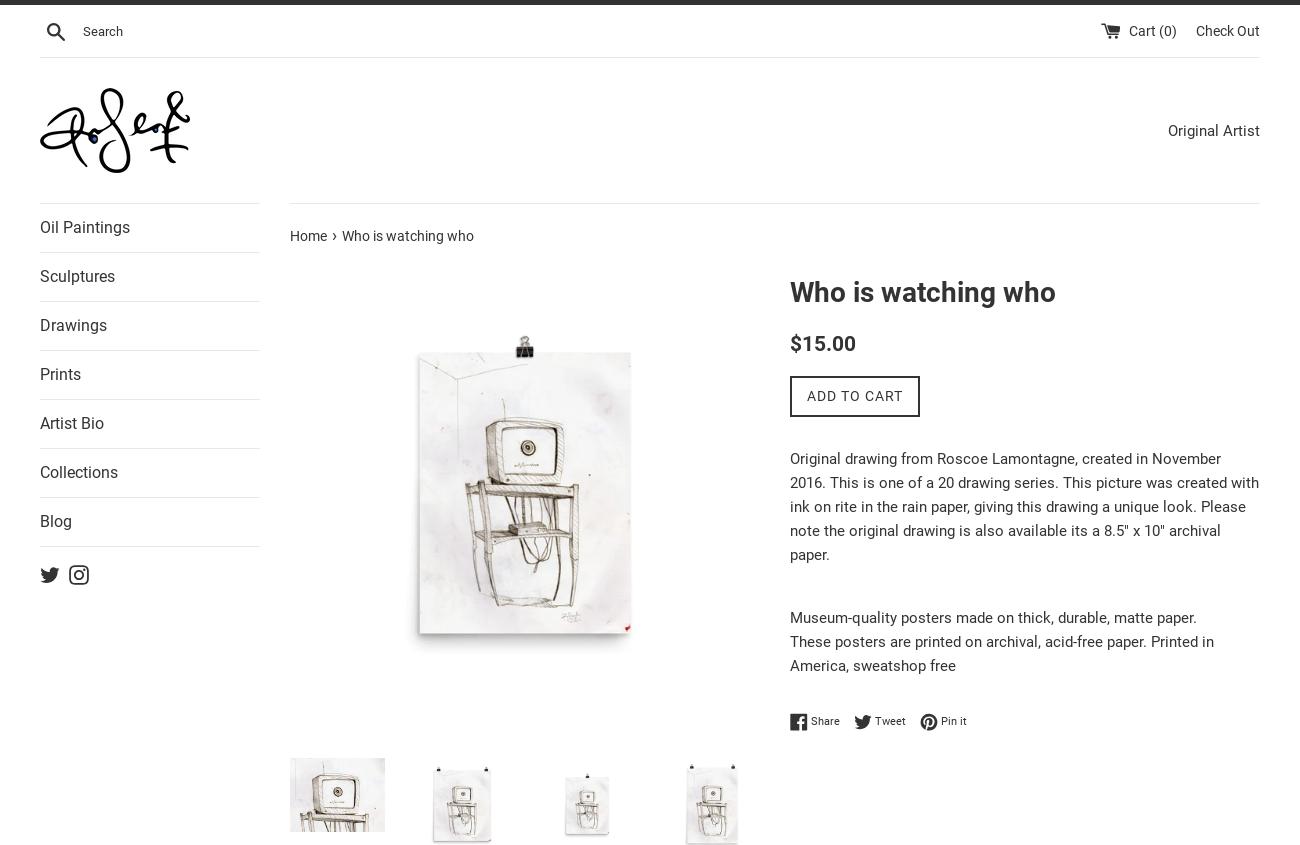 The height and width of the screenshot is (845, 1300). What do you see at coordinates (825, 719) in the screenshot?
I see `'Share'` at bounding box center [825, 719].